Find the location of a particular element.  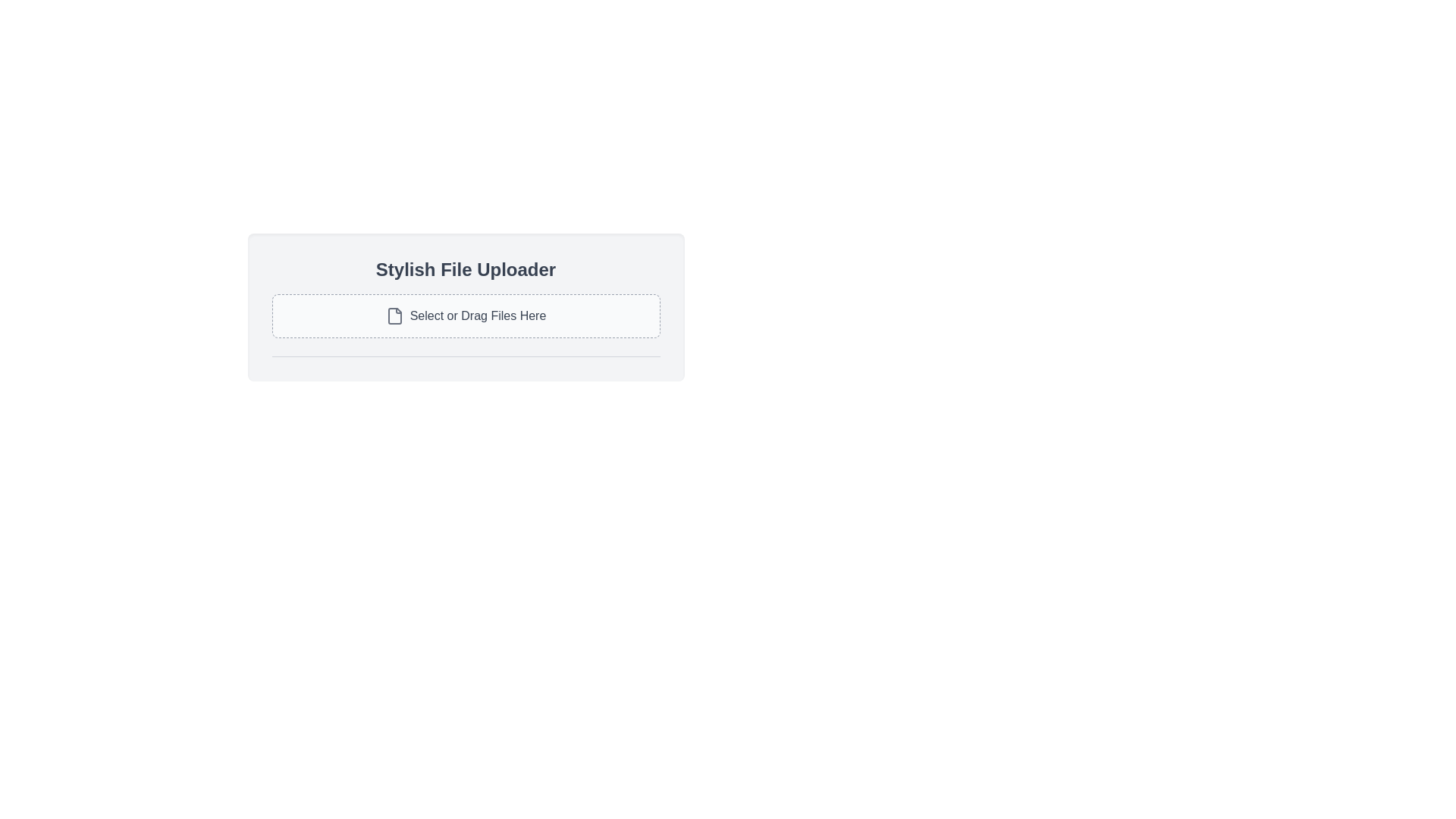

files into the rectangular area of the Stylish File Uploader, which has dashed borders and the text 'Select or Drag Files Here' is located at coordinates (465, 307).